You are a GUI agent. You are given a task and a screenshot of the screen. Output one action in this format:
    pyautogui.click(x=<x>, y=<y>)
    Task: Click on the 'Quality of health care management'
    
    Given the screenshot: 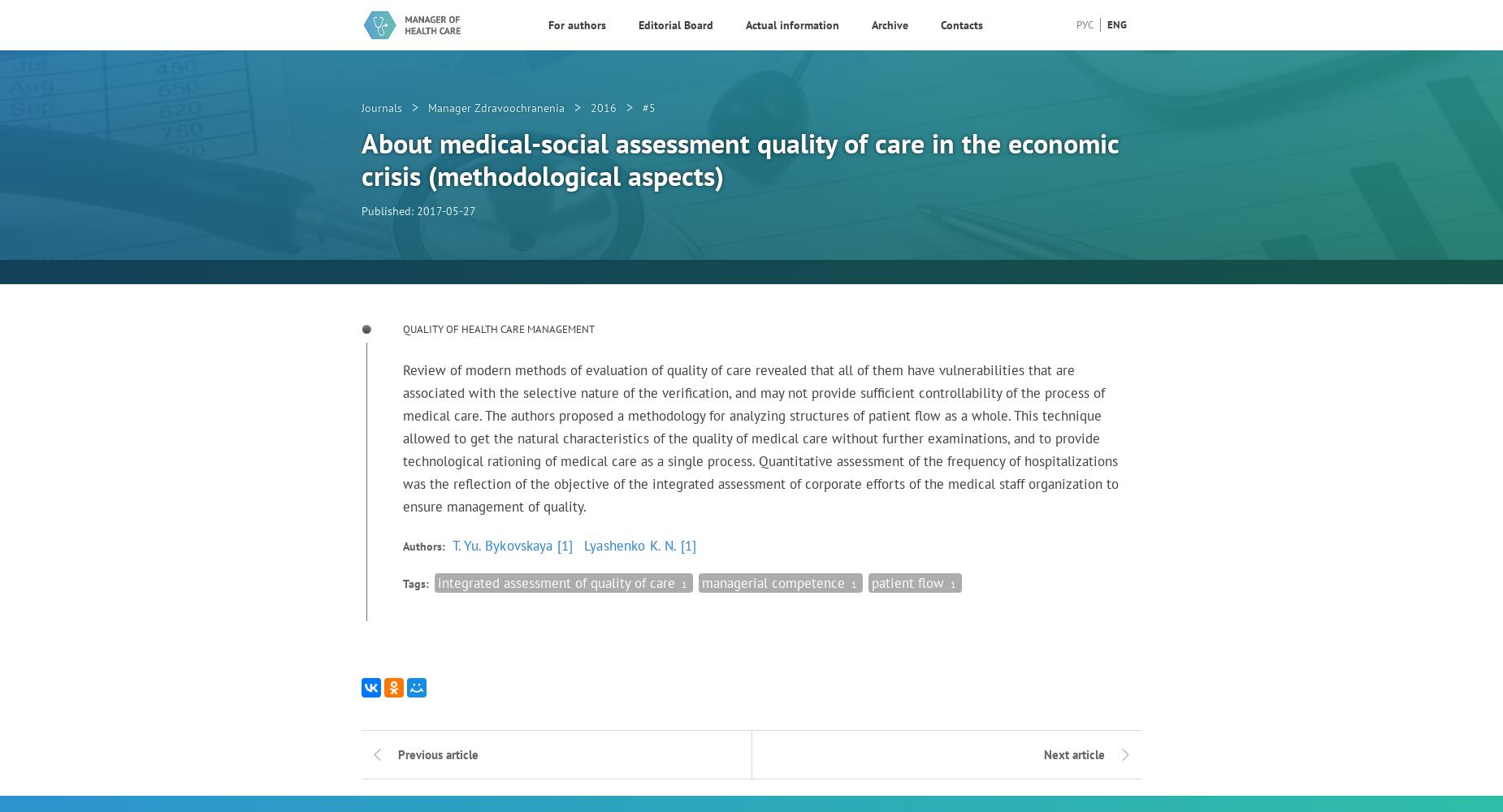 What is the action you would take?
    pyautogui.click(x=499, y=329)
    